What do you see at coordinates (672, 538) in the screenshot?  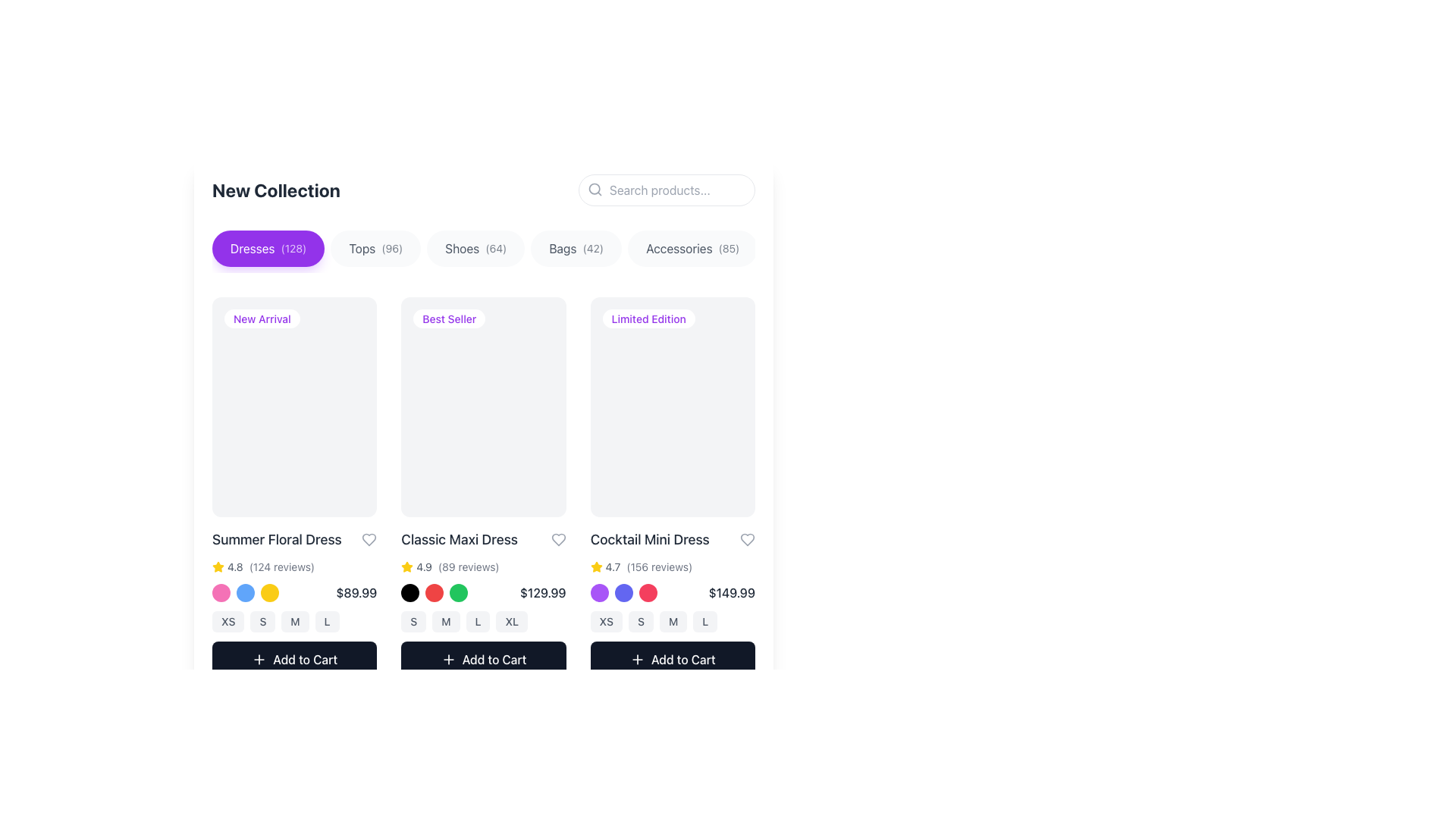 I see `the text label displaying 'Cocktail Mini Dress'` at bounding box center [672, 538].